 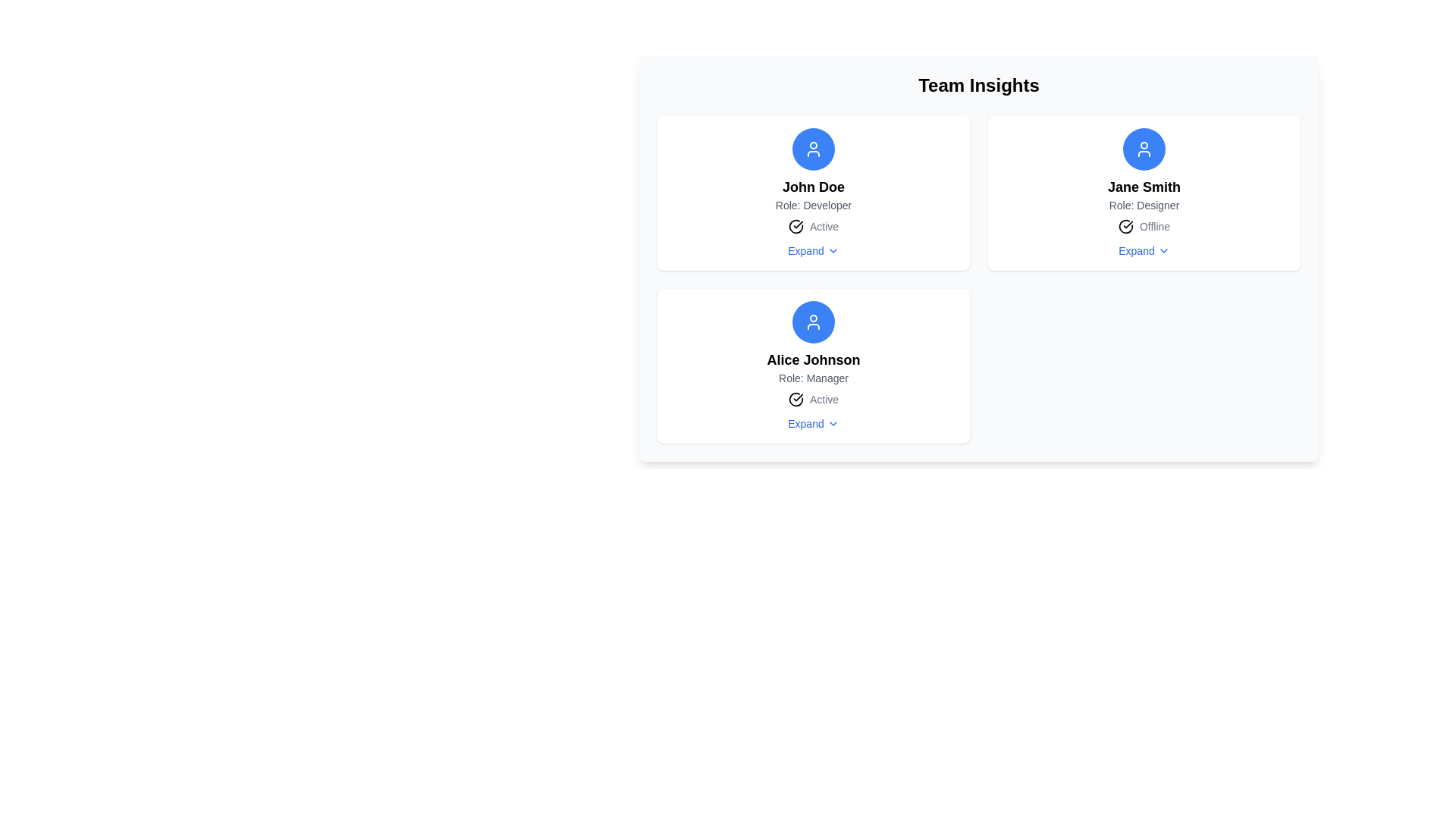 What do you see at coordinates (1144, 227) in the screenshot?
I see `status label of the status indicator for 'Jane Smith', which shows that she is currently offline` at bounding box center [1144, 227].